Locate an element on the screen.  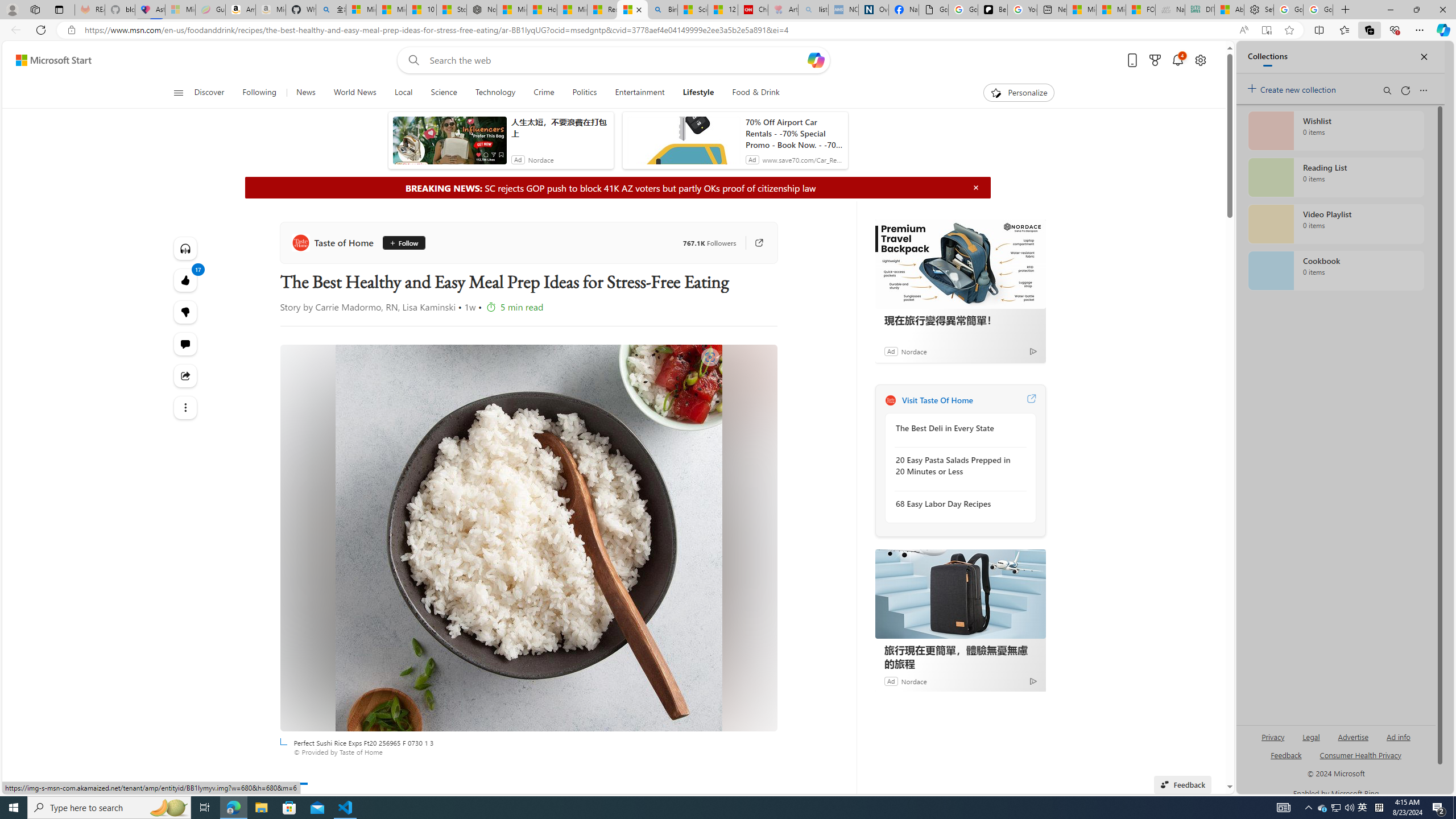
'Hide' is located at coordinates (976, 187).